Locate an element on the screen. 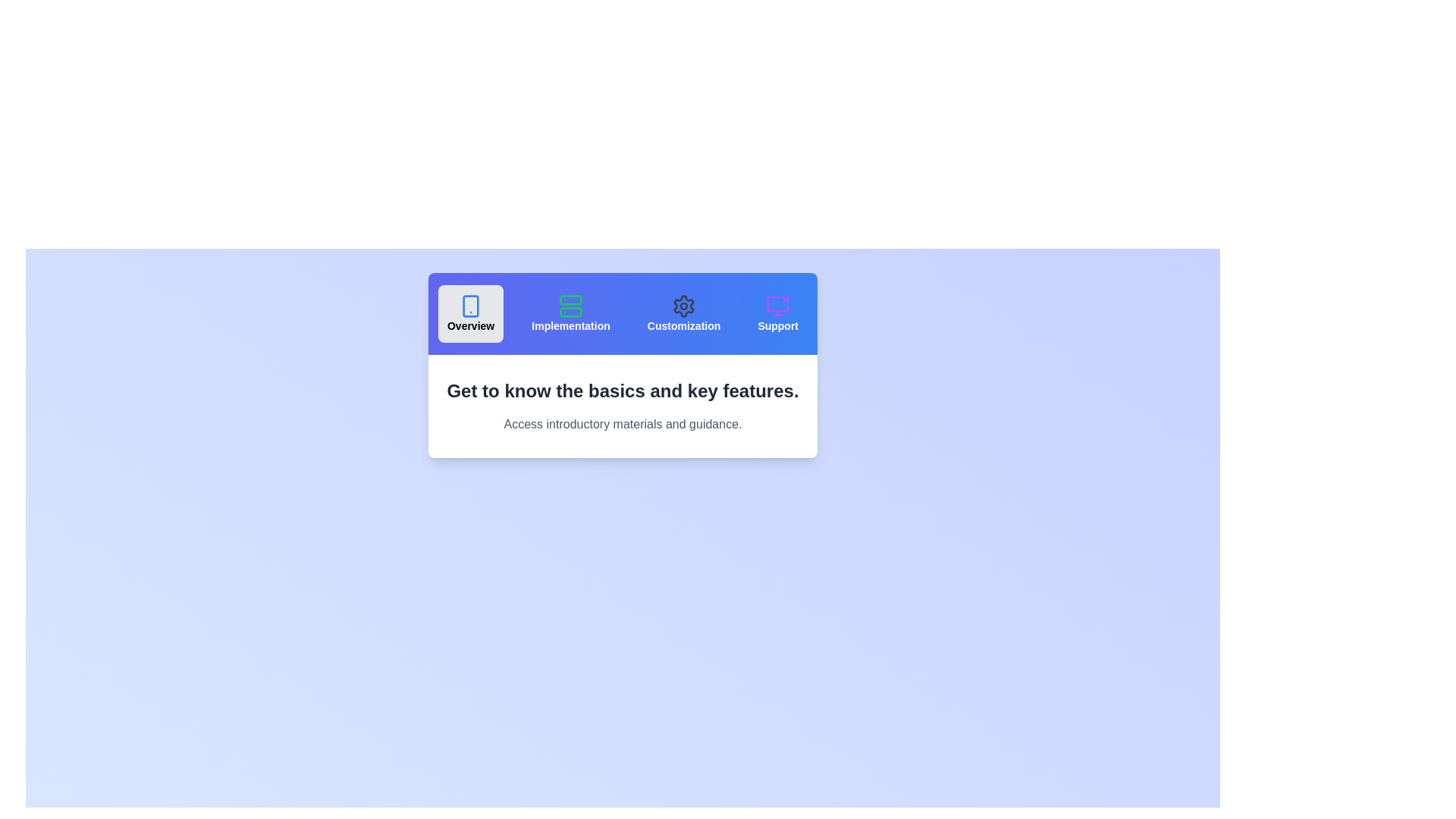 The image size is (1456, 819). the tab labeled Customization is located at coordinates (683, 312).